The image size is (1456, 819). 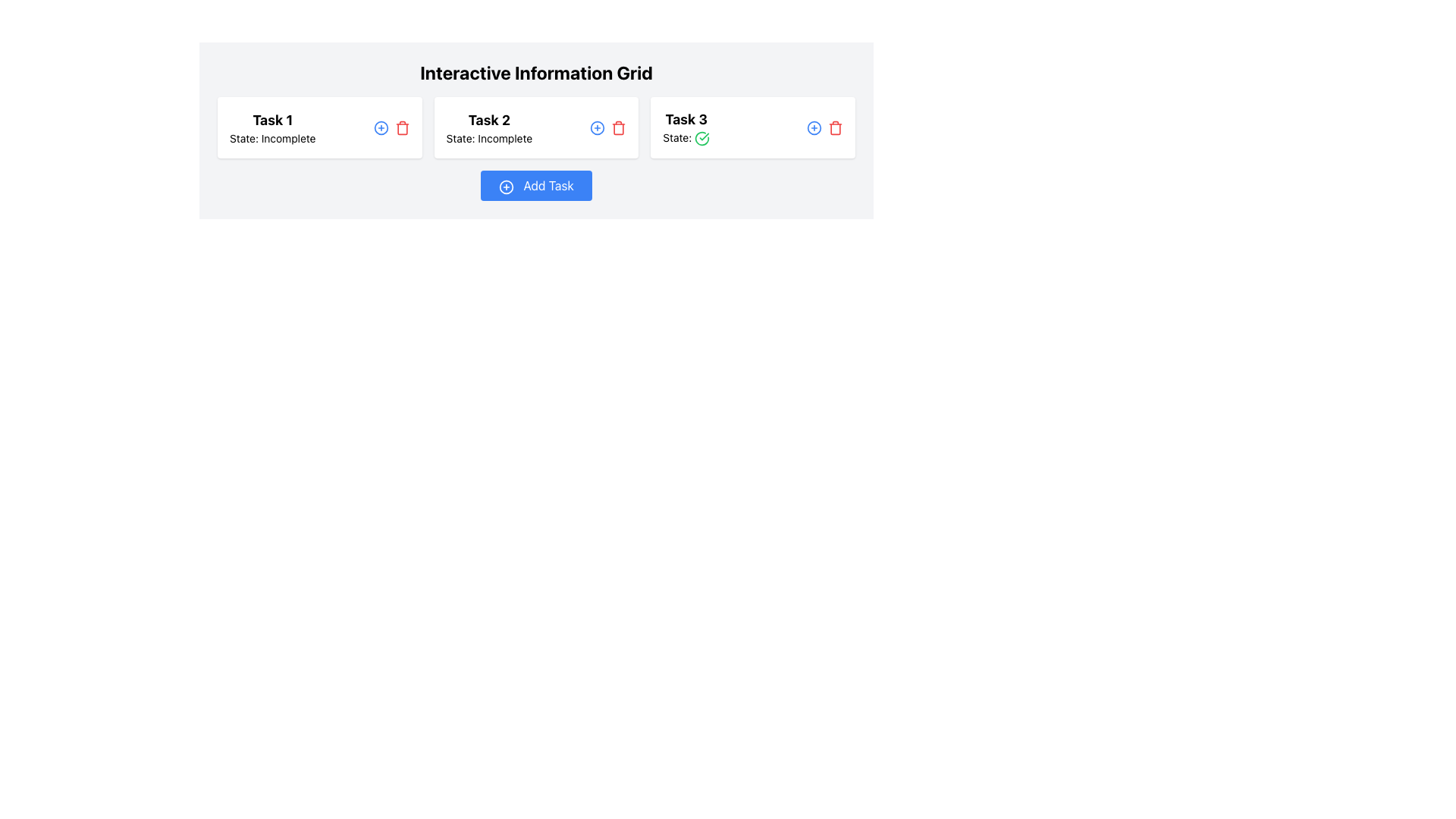 I want to click on the trash bin icon component indicating delete functionality for a tooltip if available, so click(x=619, y=128).